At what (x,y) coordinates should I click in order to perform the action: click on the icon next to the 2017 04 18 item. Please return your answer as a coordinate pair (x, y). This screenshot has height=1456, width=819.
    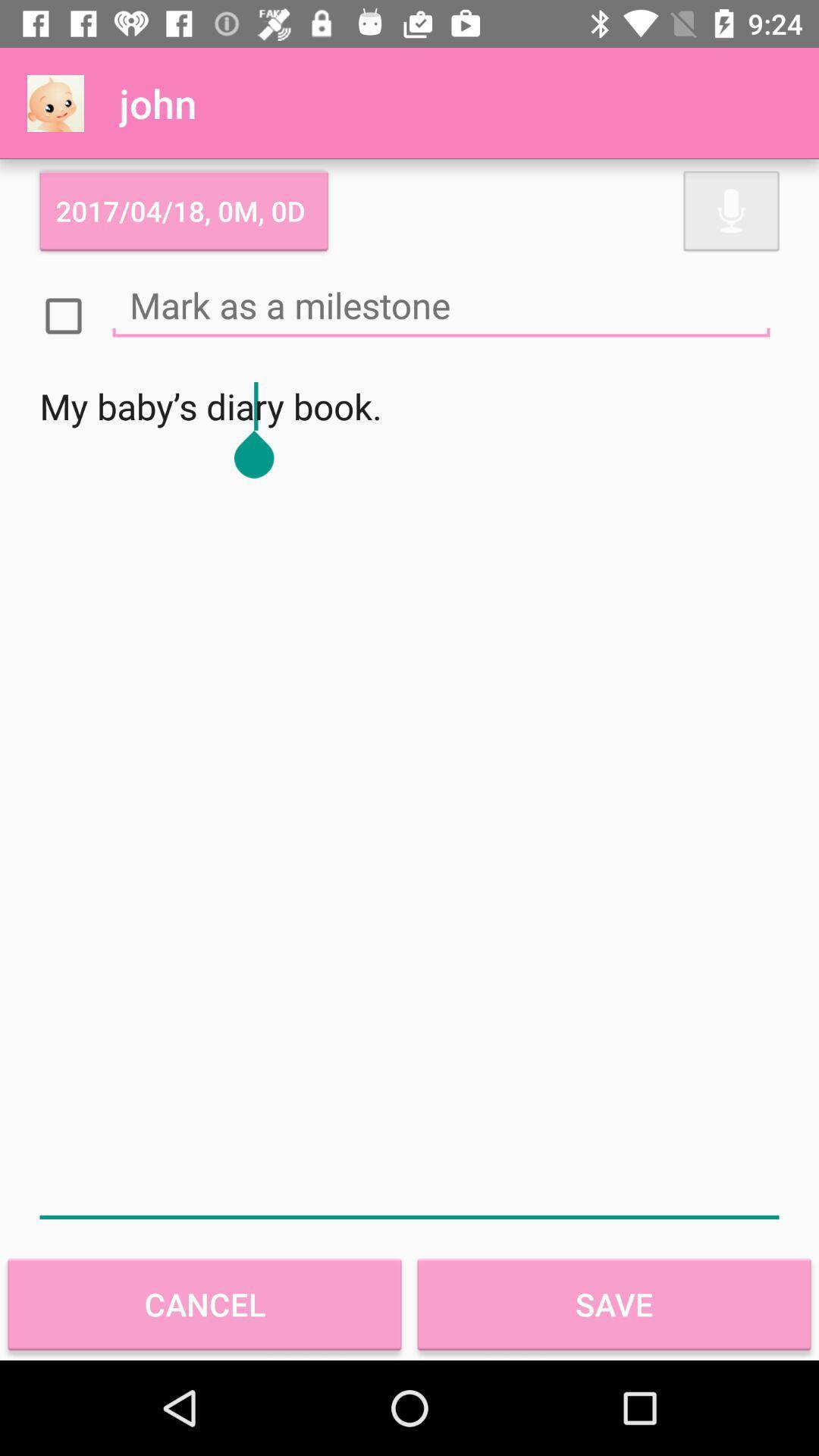
    Looking at the image, I should click on (730, 210).